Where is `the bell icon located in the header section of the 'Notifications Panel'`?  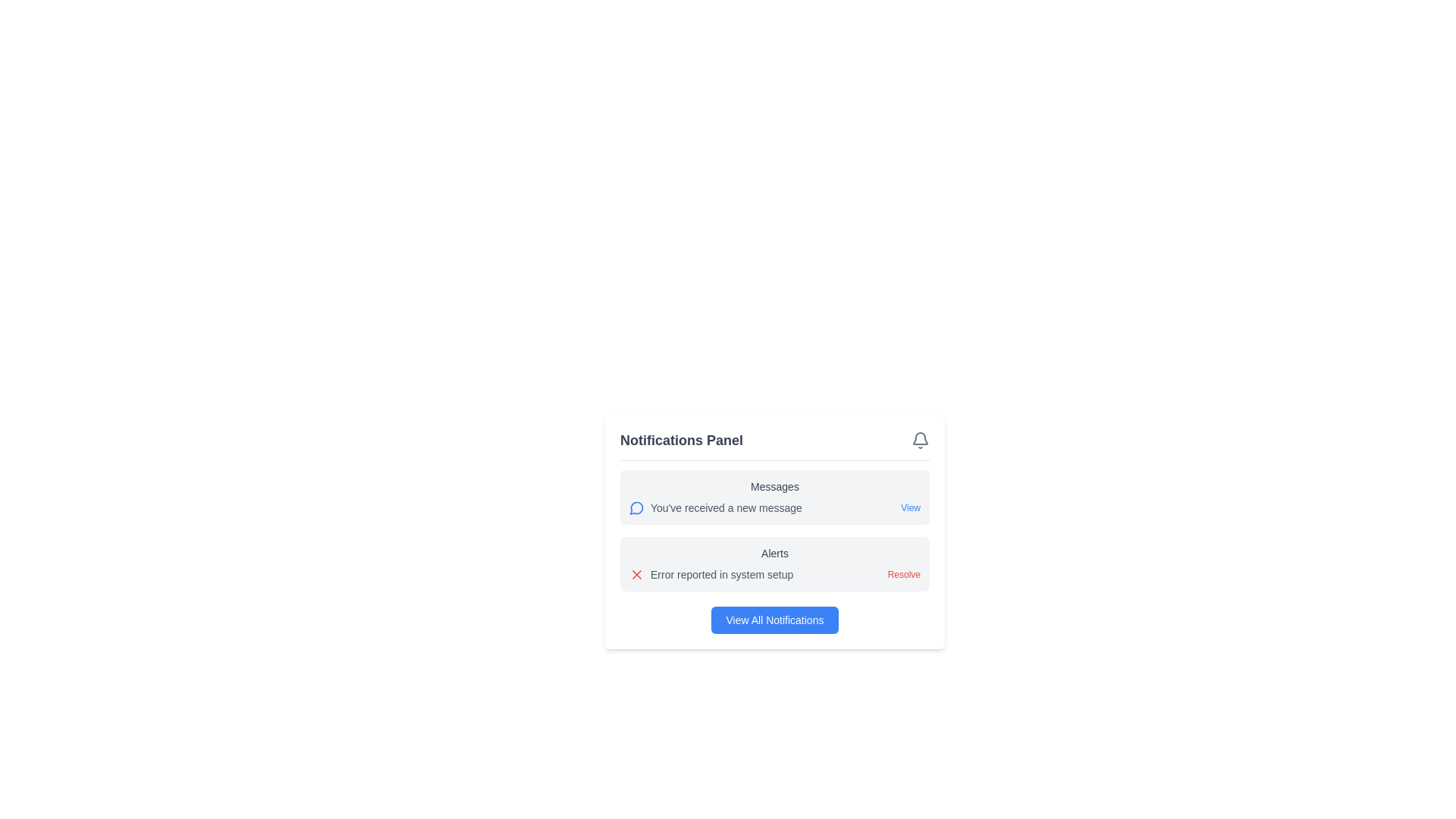 the bell icon located in the header section of the 'Notifications Panel' is located at coordinates (920, 441).